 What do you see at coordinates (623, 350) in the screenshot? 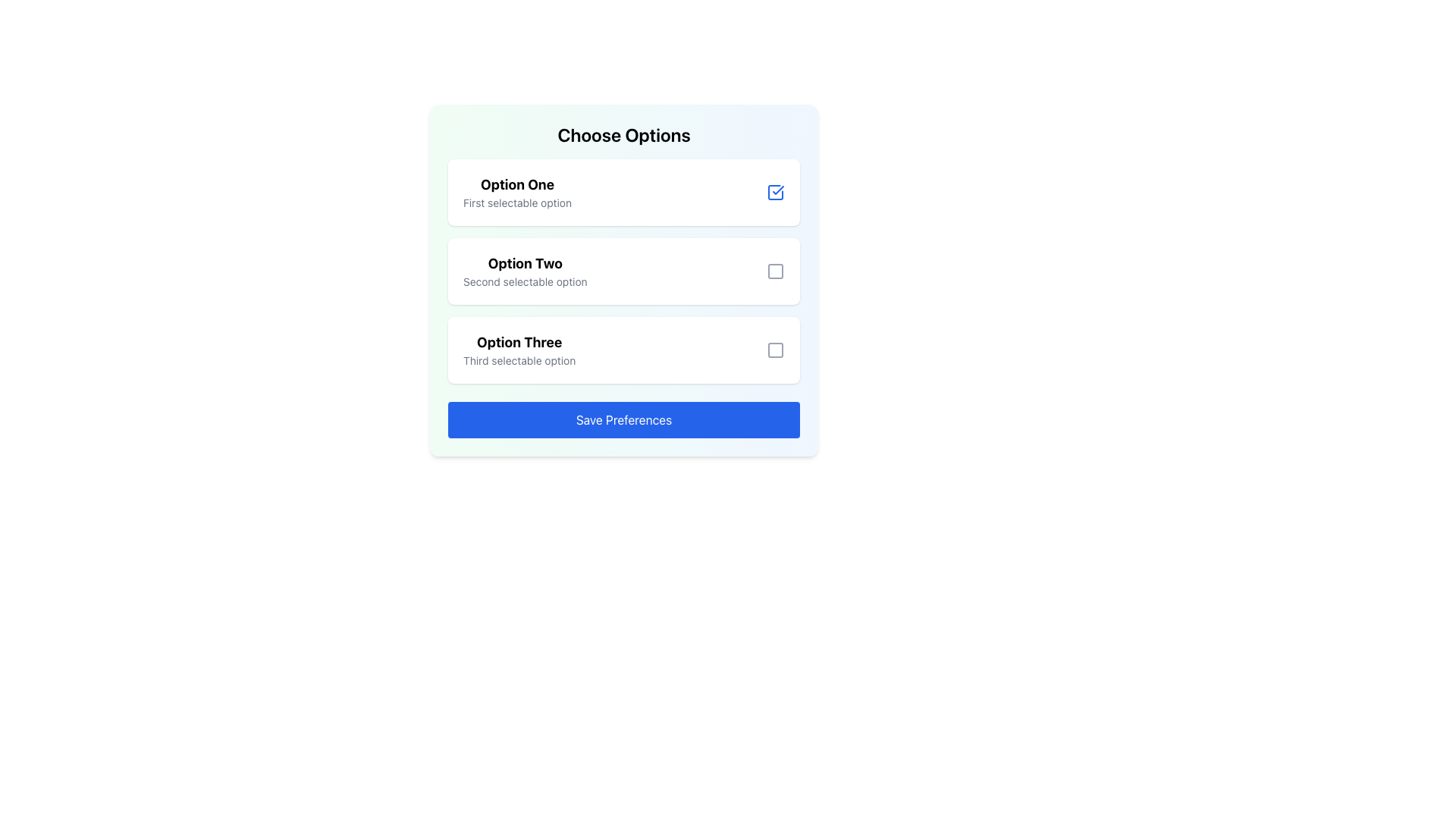
I see `the 'Option Three' List Option Item, which is the third item in the list titled 'Choose Options'` at bounding box center [623, 350].